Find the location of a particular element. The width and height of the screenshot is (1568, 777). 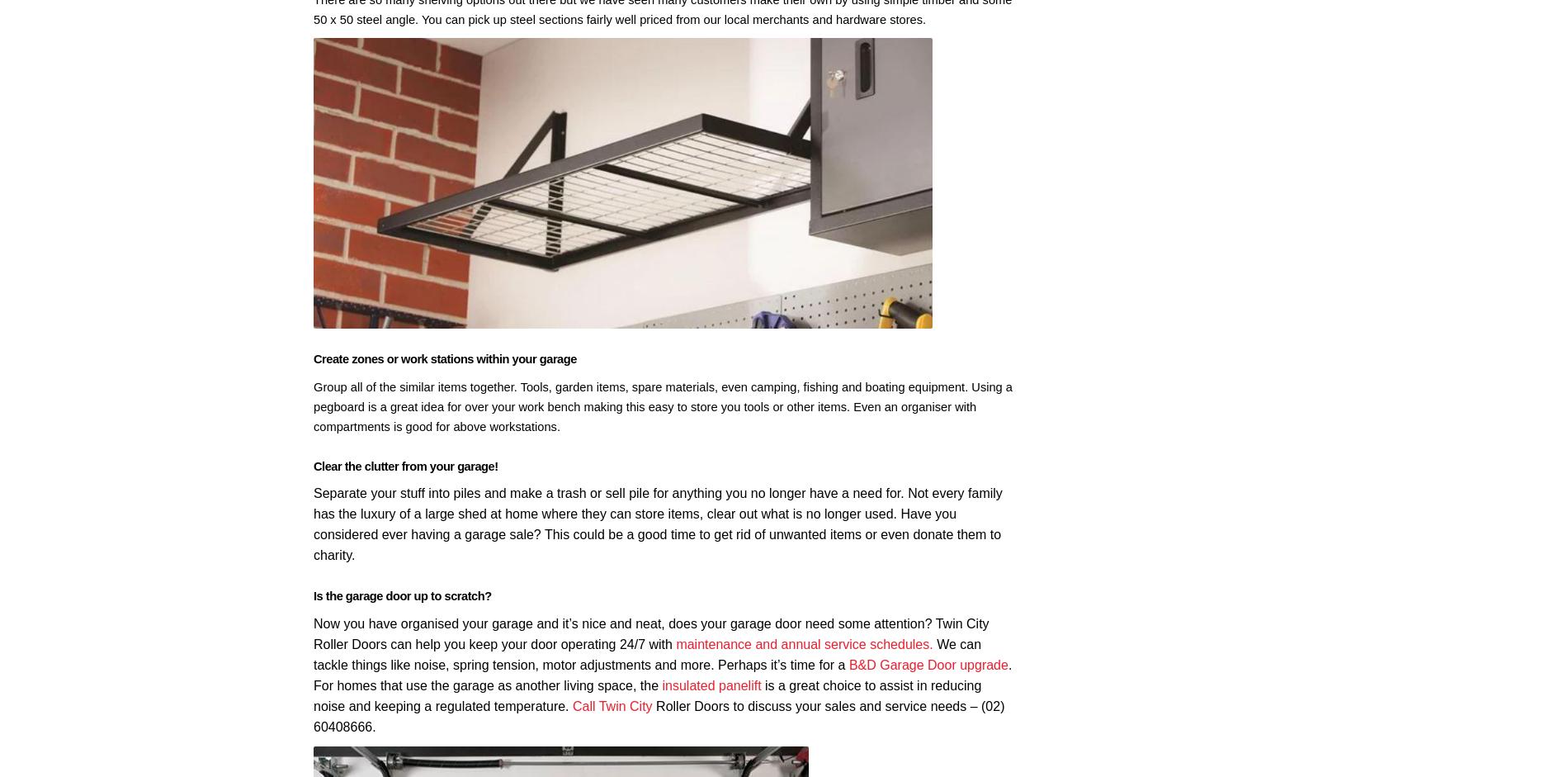

'Is the garage door up to scratch?' is located at coordinates (404, 596).